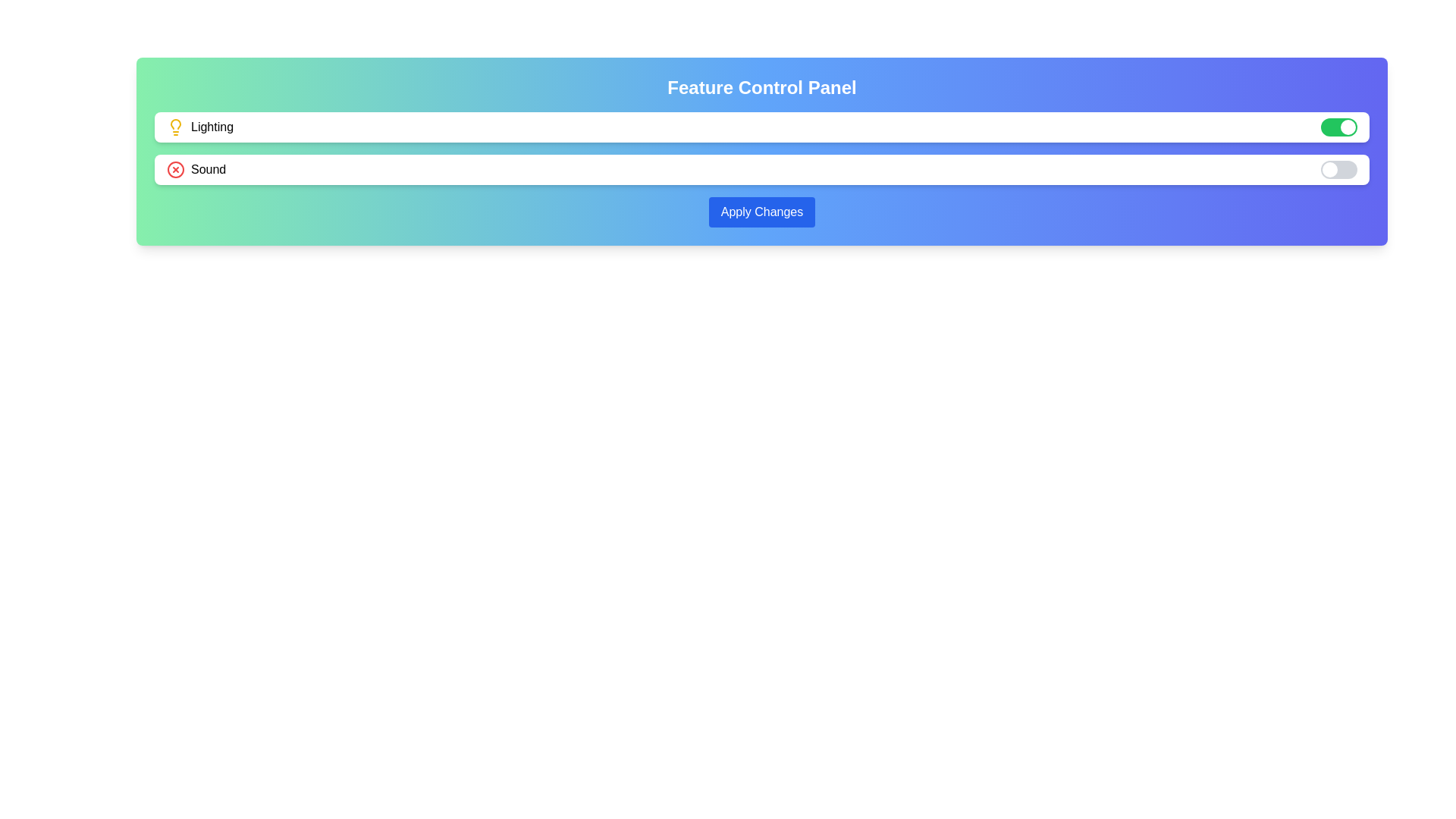 The width and height of the screenshot is (1456, 819). Describe the element at coordinates (211, 127) in the screenshot. I see `the 'Lighting' label which is displayed in a font-medium style and is positioned next to a lightbulb icon in the feature toggle panel` at that location.